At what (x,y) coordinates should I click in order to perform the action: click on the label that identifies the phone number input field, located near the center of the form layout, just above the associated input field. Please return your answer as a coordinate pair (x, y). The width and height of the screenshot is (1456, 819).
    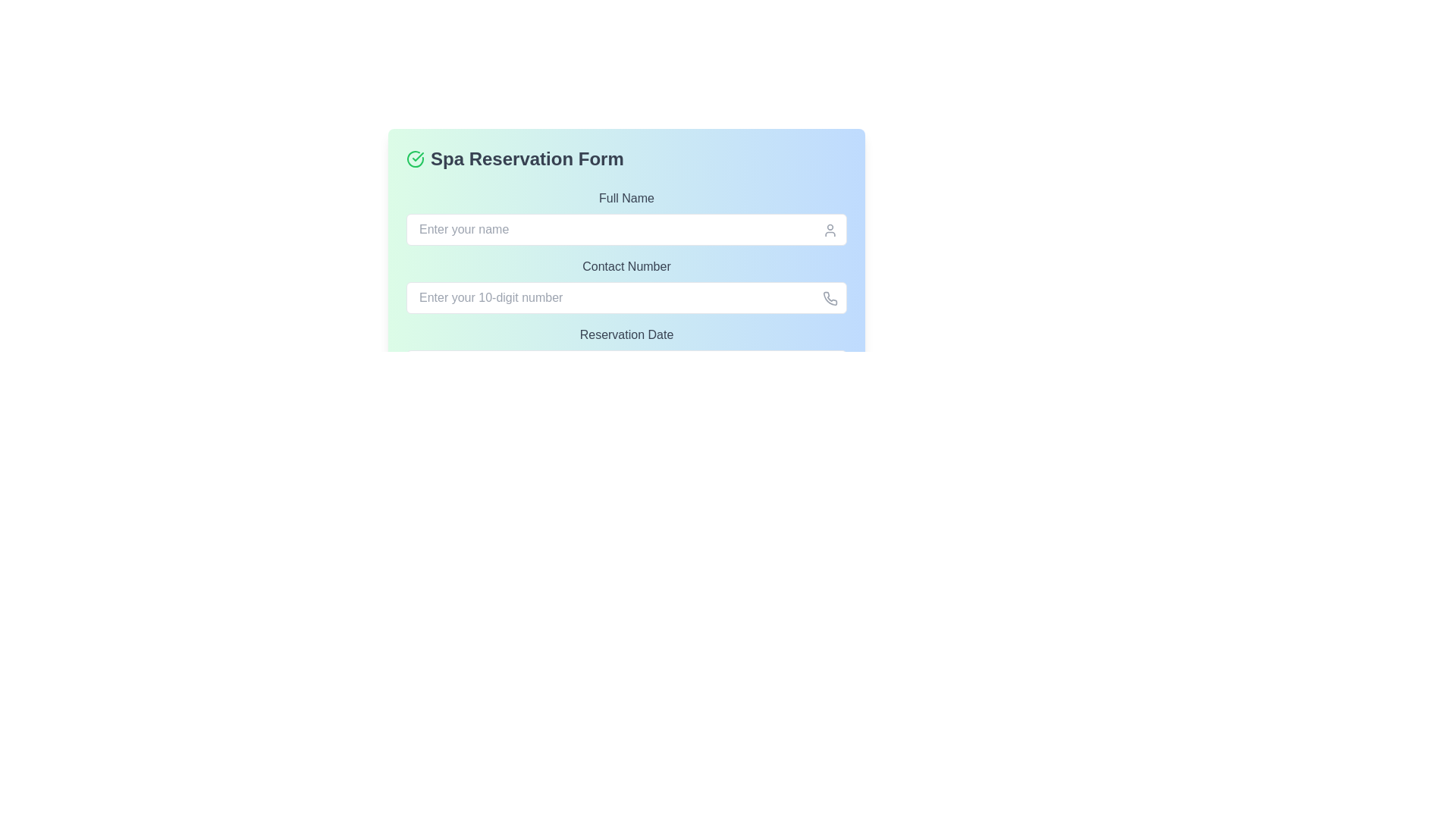
    Looking at the image, I should click on (626, 265).